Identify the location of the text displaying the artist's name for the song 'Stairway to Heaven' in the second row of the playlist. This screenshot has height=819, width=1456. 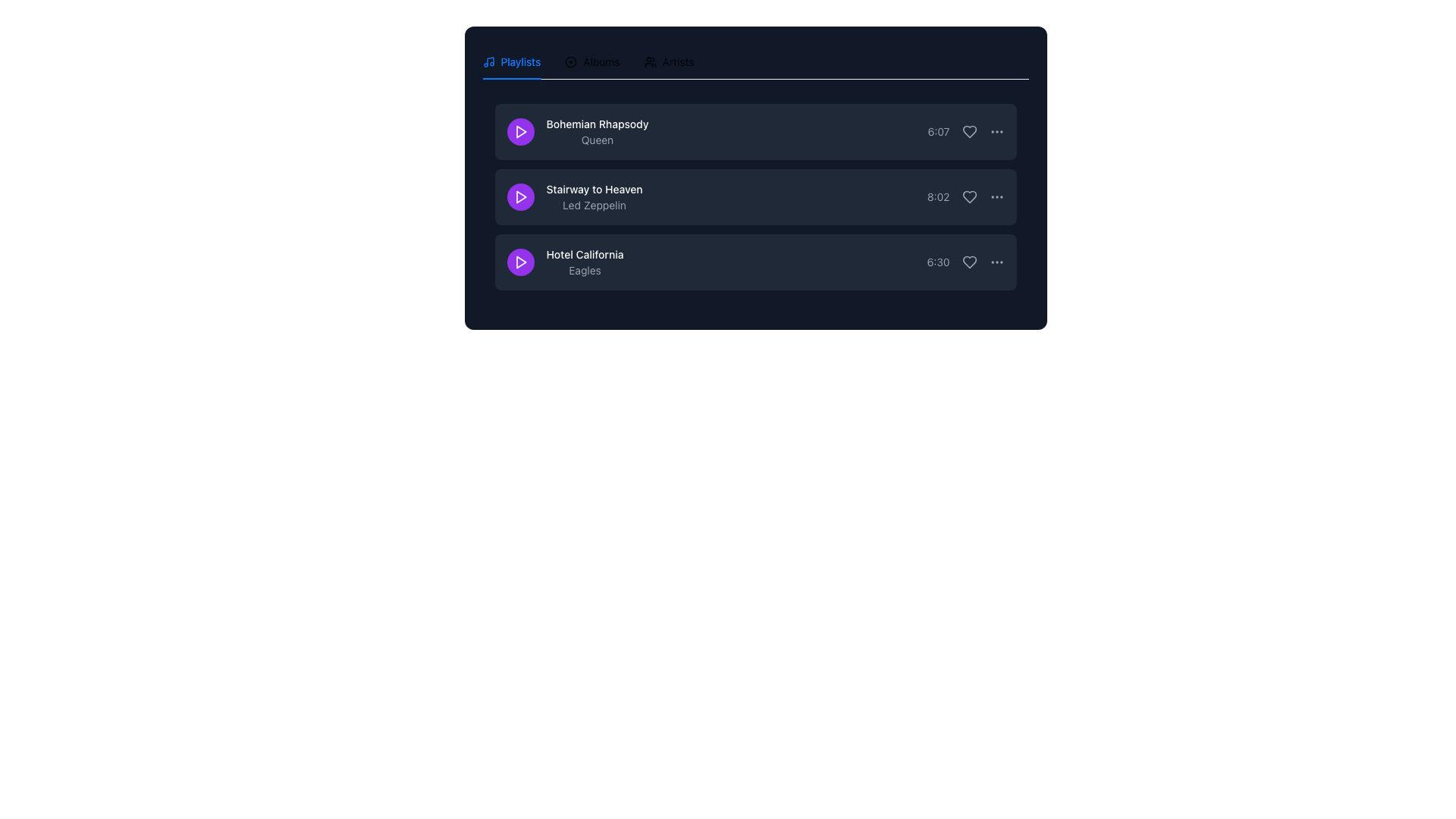
(593, 205).